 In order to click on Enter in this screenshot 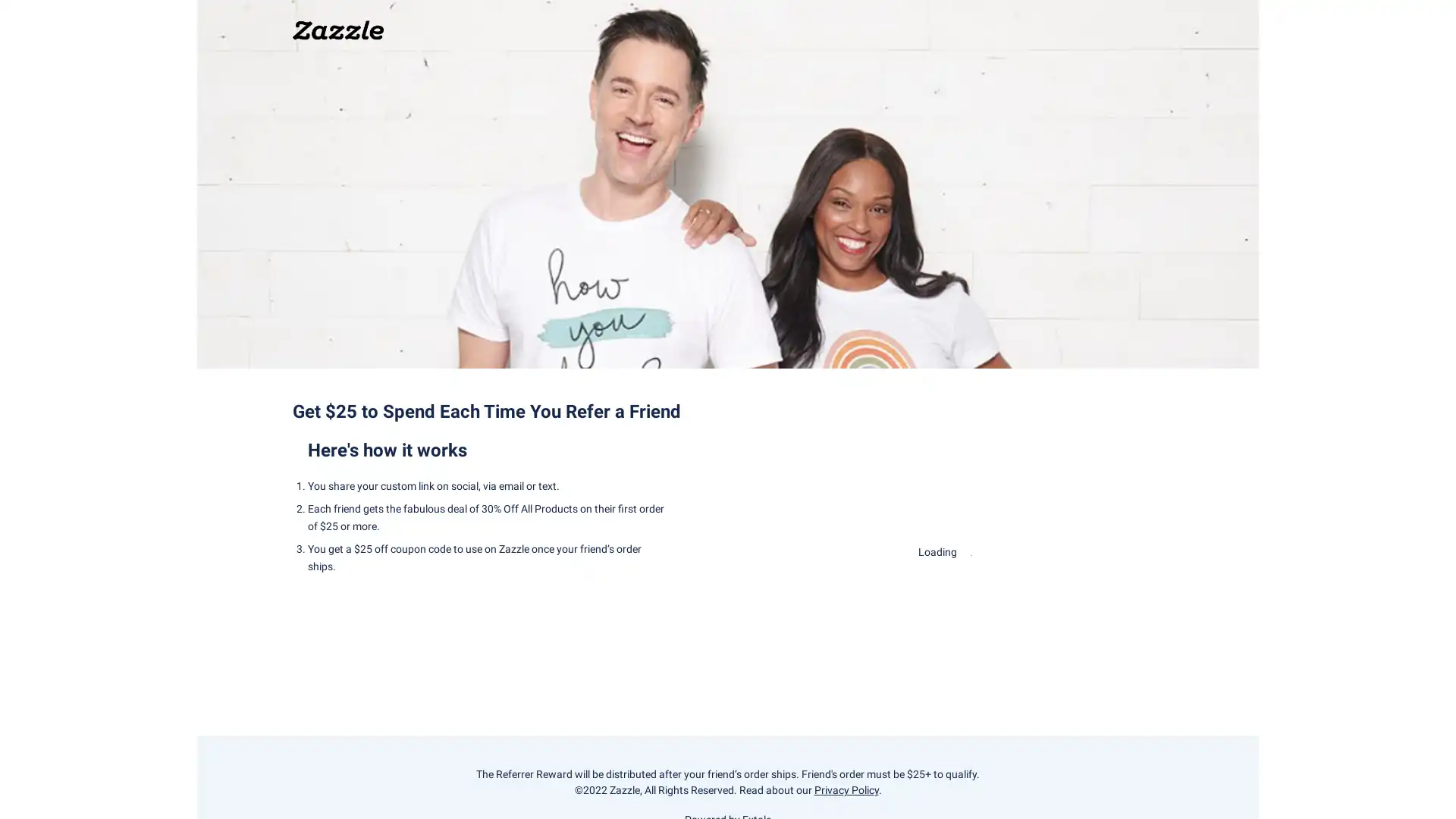, I will do `click(945, 598)`.